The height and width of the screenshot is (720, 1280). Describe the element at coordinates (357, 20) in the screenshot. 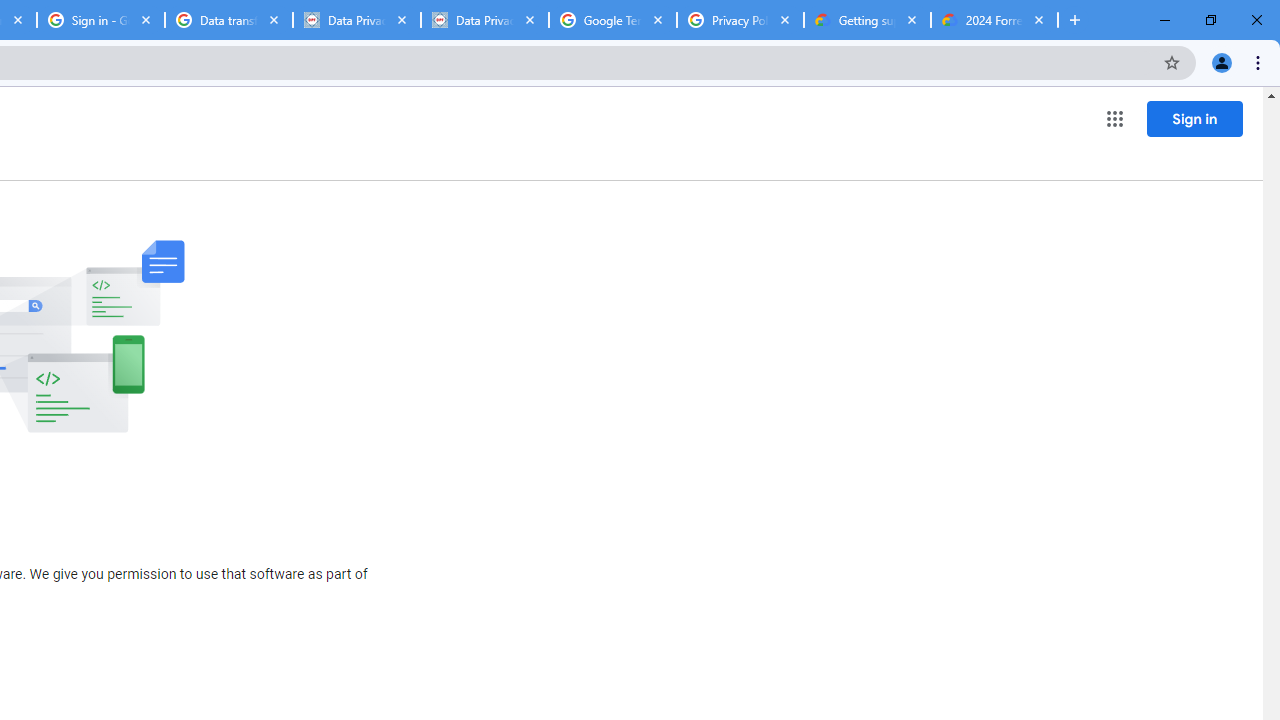

I see `'Data Privacy Framework'` at that location.